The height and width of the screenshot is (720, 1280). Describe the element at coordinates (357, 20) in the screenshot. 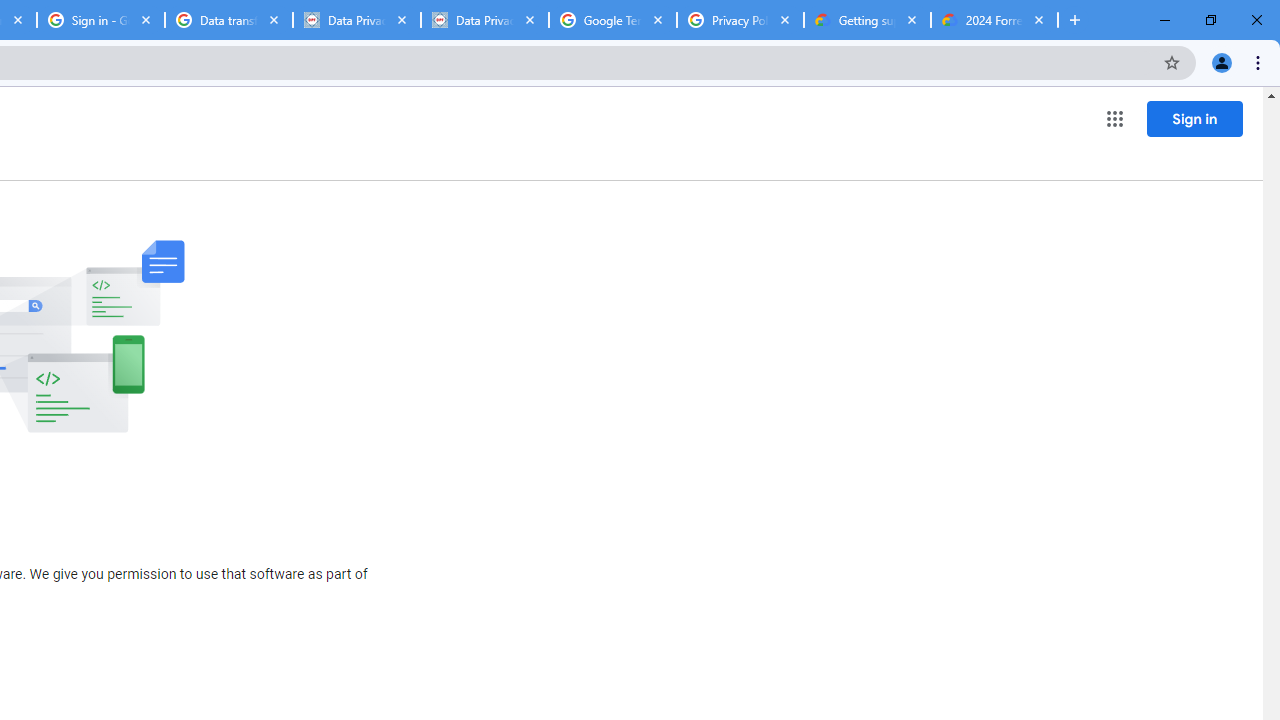

I see `'Data Privacy Framework'` at that location.